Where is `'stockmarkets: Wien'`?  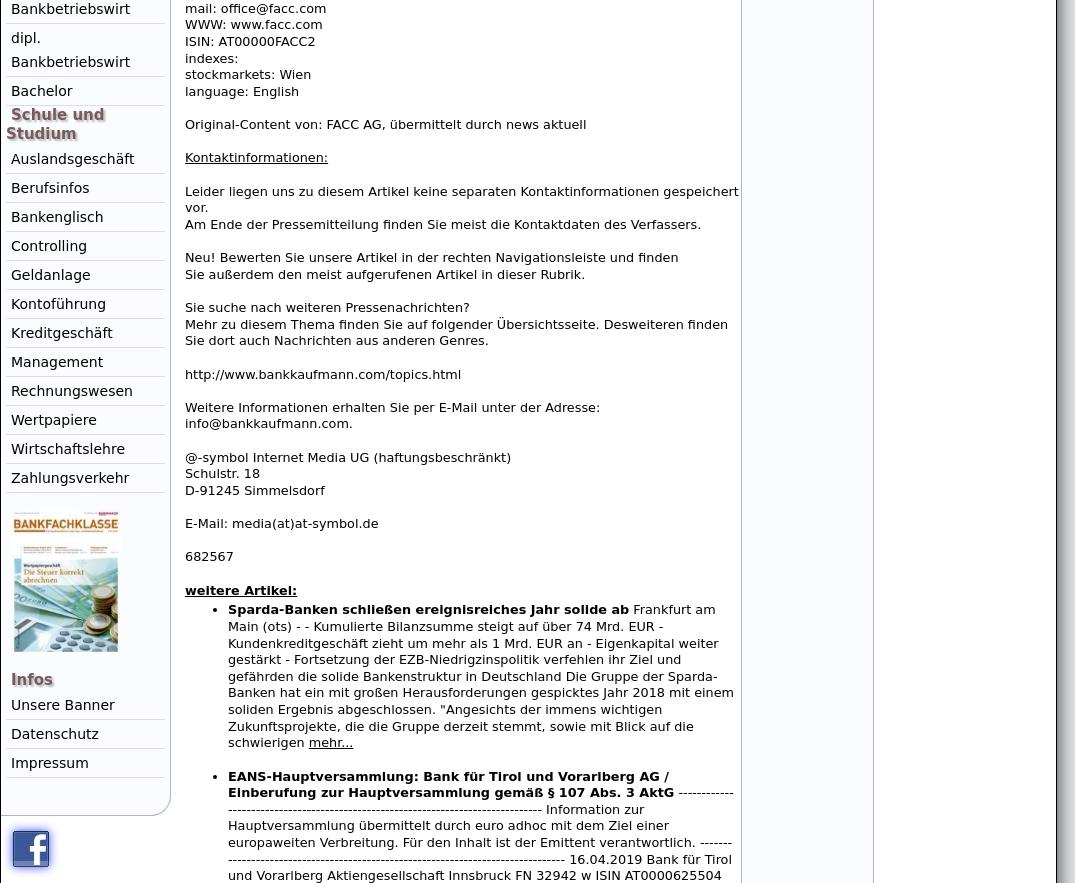
'stockmarkets: Wien' is located at coordinates (248, 74).